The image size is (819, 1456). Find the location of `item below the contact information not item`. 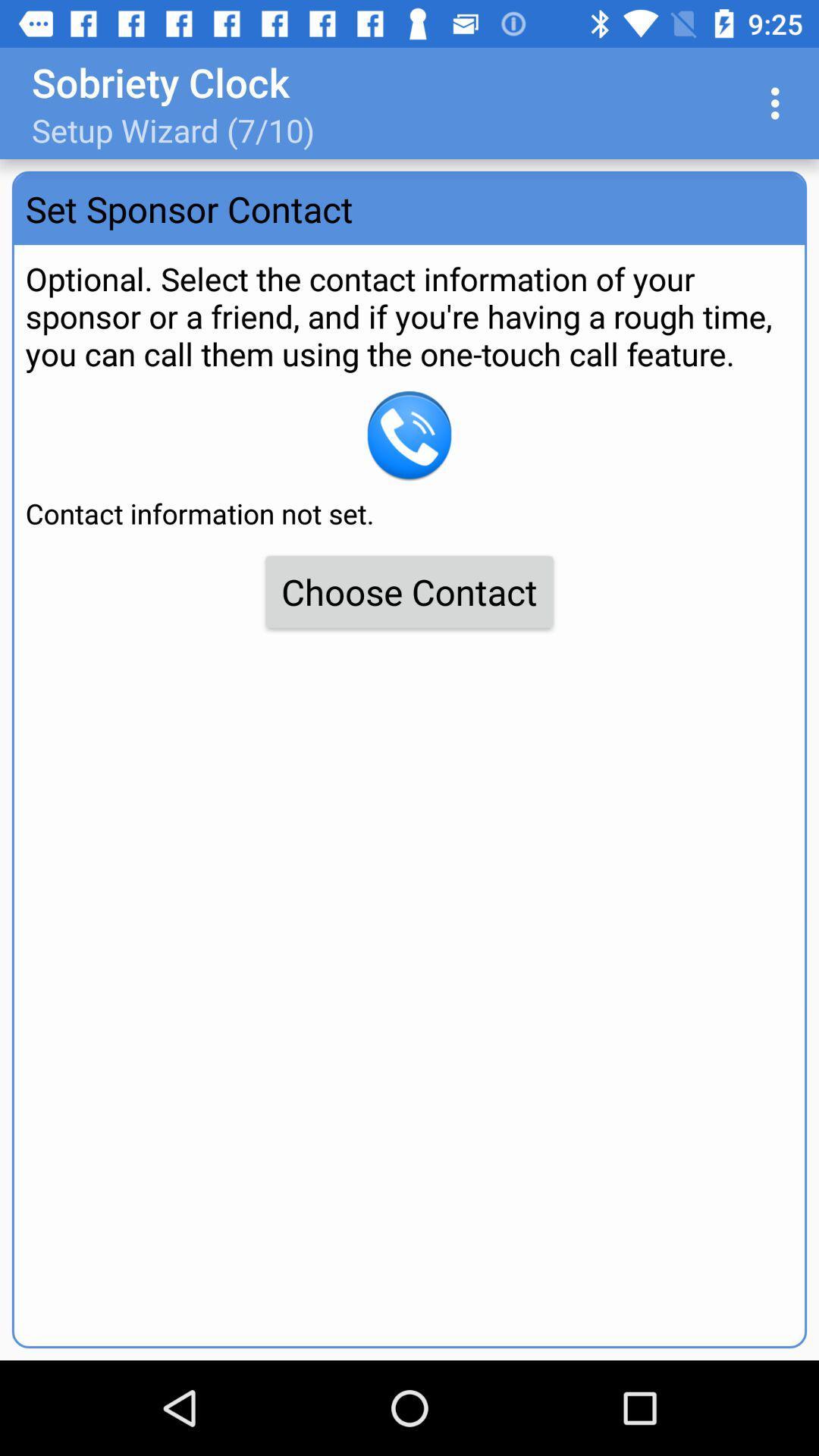

item below the contact information not item is located at coordinates (409, 591).